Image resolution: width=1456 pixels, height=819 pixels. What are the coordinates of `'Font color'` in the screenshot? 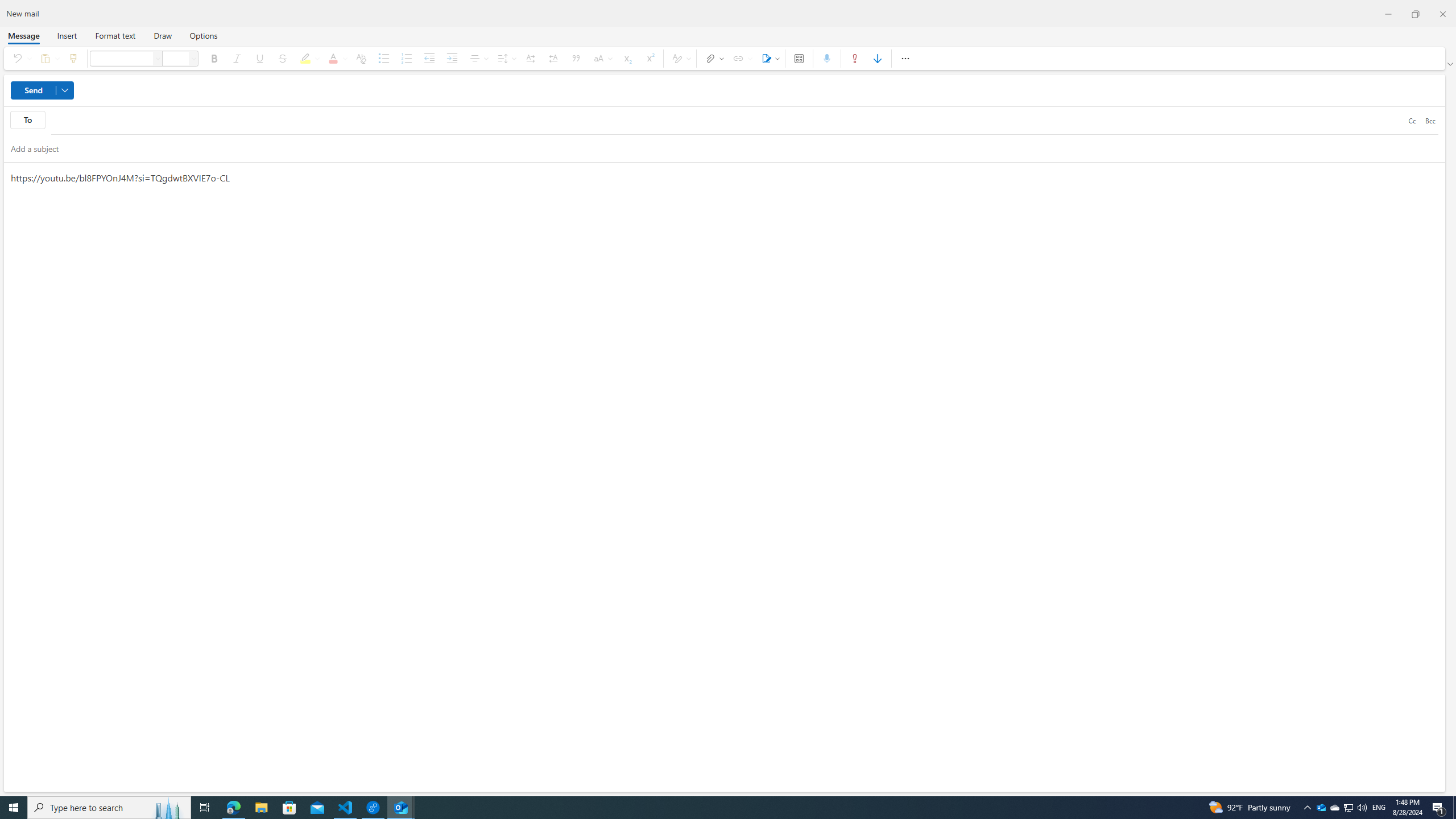 It's located at (336, 58).